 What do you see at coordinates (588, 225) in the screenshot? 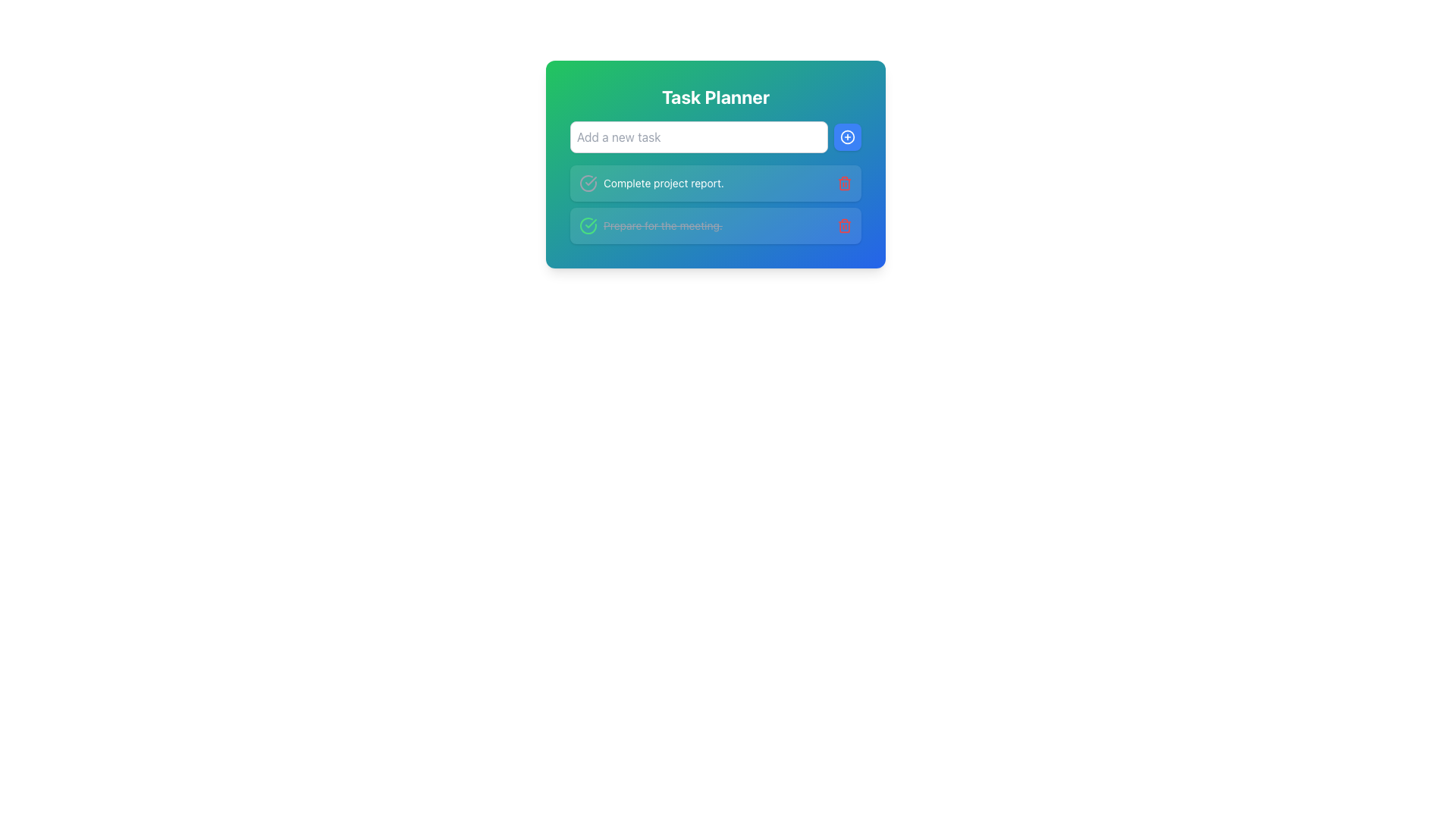
I see `the green circular checkmark icon next to the strikethrough text 'Prepare for the meeting.'` at bounding box center [588, 225].